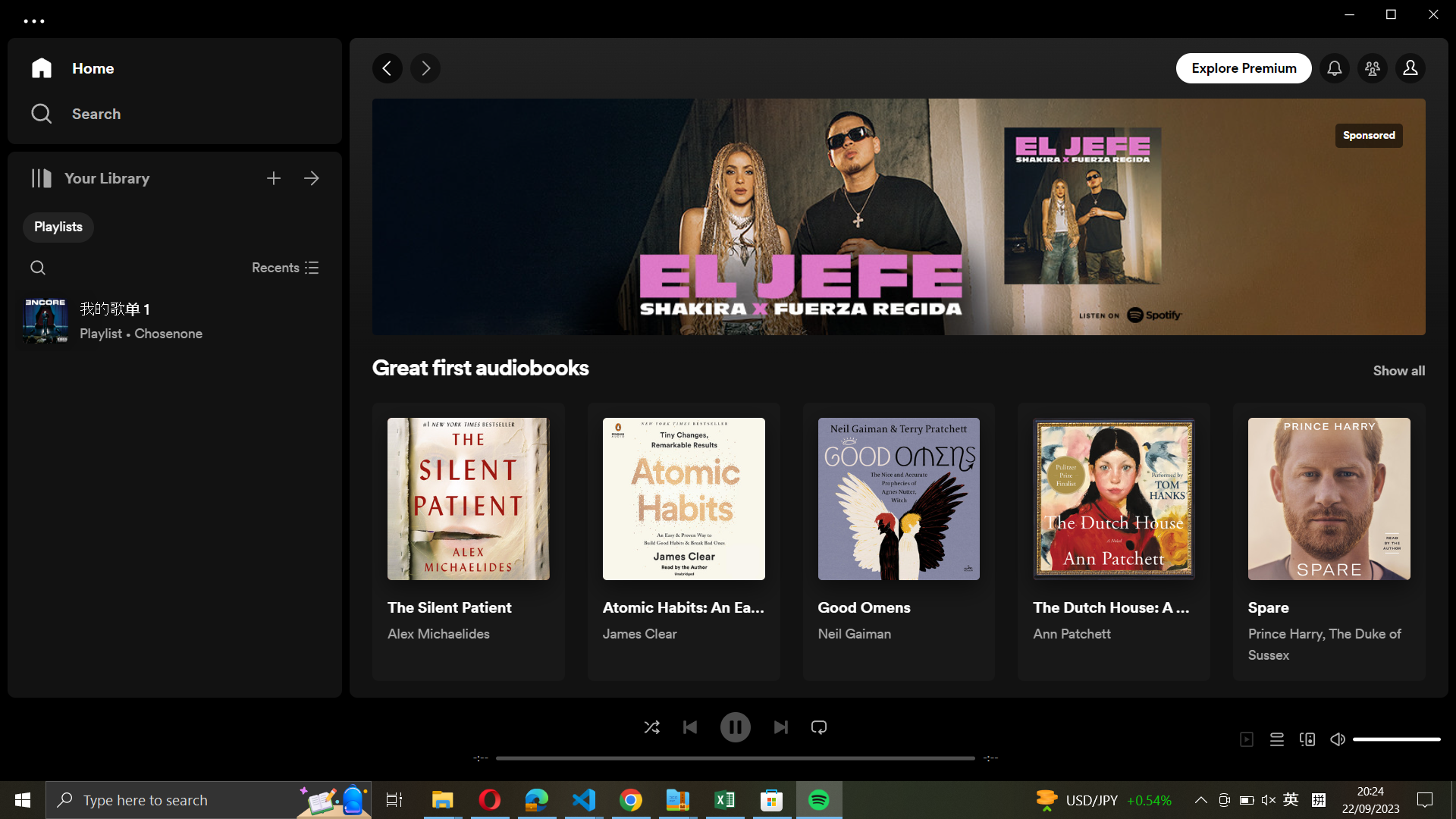  What do you see at coordinates (1245, 67) in the screenshot?
I see `the explore premium area` at bounding box center [1245, 67].